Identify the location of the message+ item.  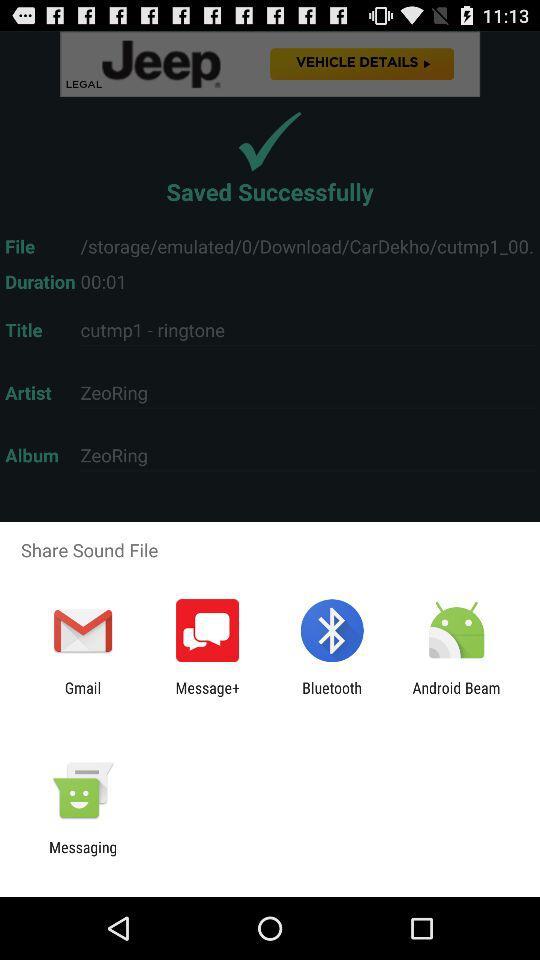
(206, 696).